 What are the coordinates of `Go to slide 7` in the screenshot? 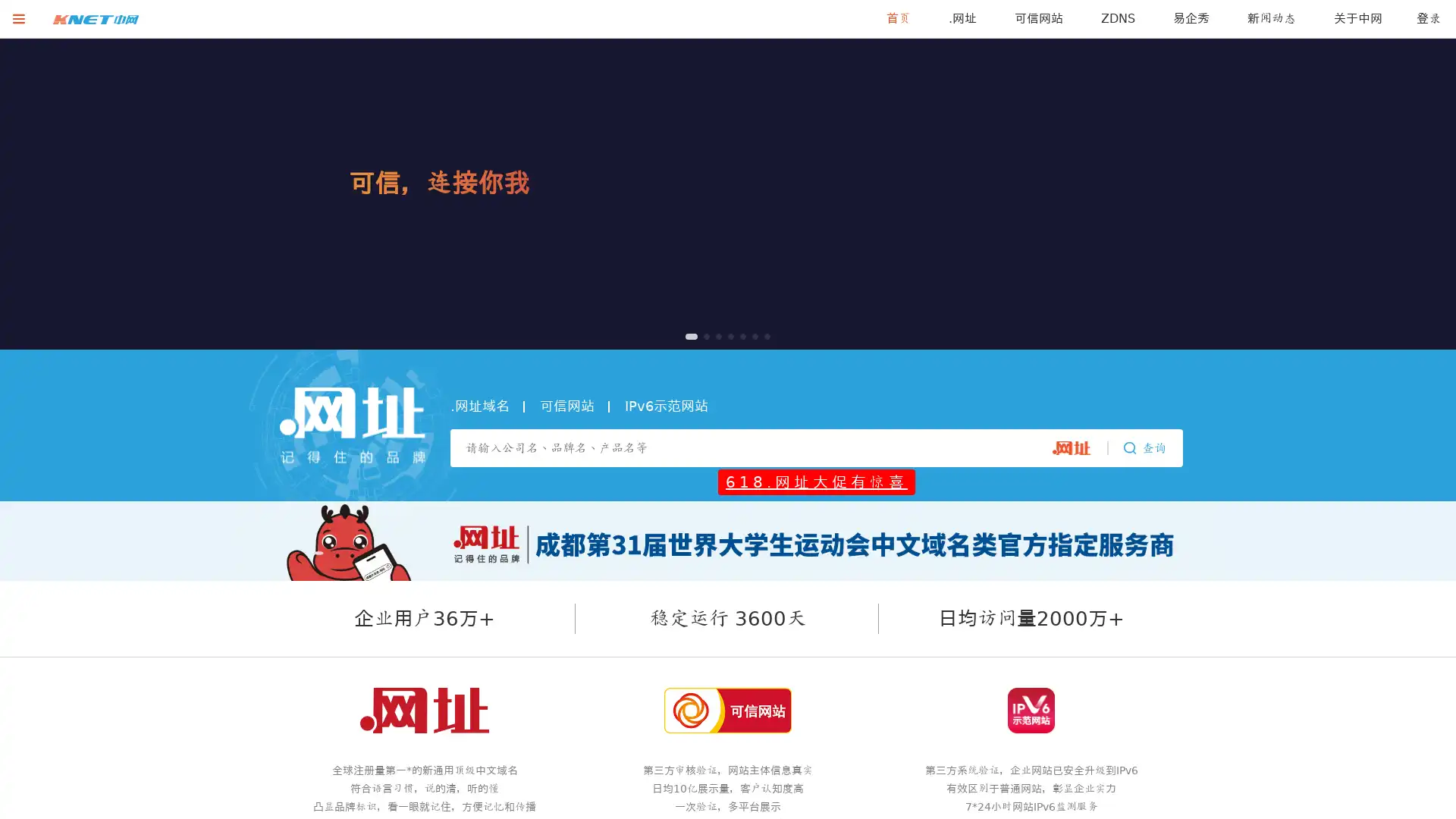 It's located at (764, 335).